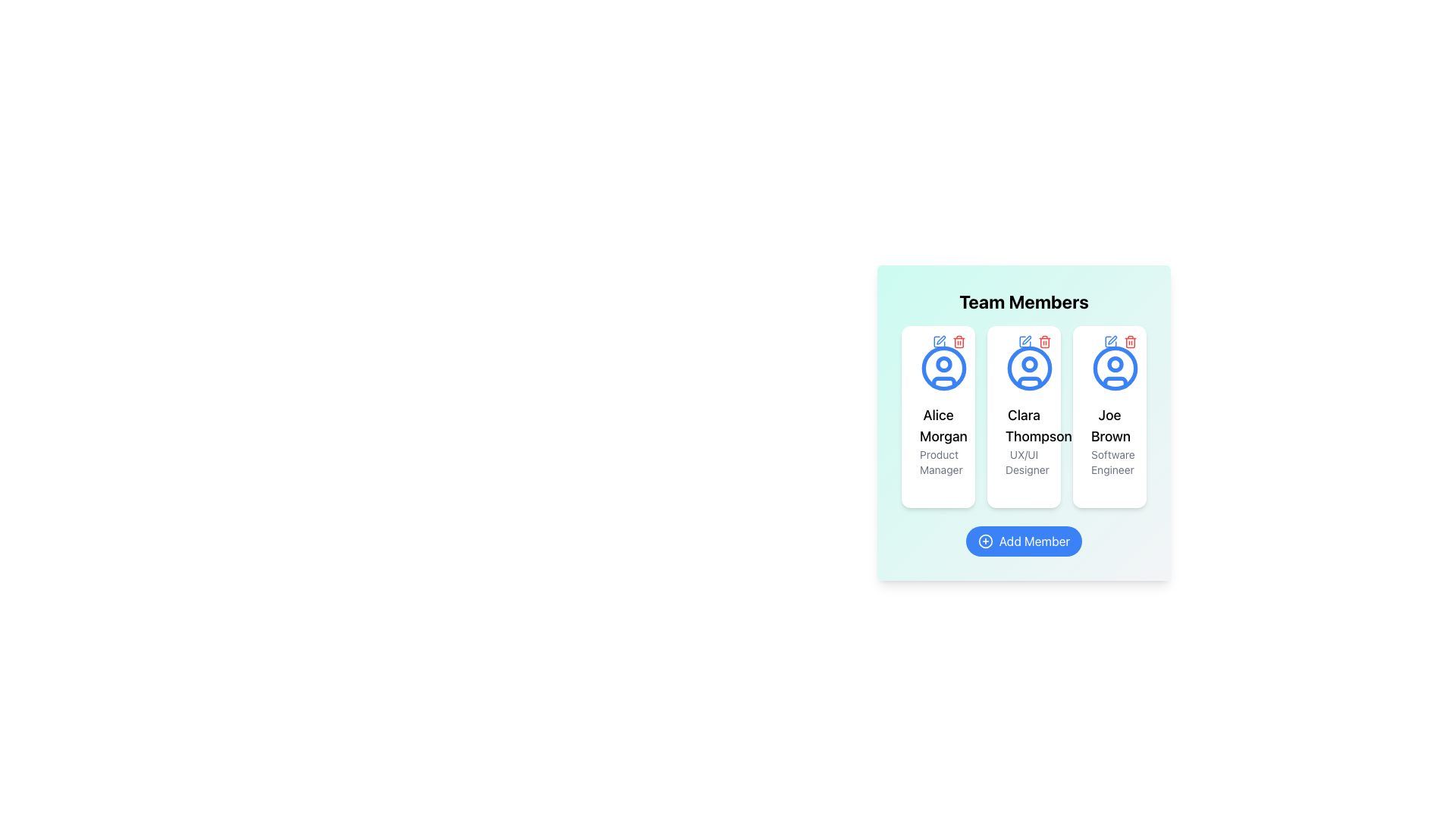  Describe the element at coordinates (1043, 342) in the screenshot. I see `the delete button located at the top-right corner of the options, which is the third button after a blue icon and trash can icons, to observe the color change` at that location.